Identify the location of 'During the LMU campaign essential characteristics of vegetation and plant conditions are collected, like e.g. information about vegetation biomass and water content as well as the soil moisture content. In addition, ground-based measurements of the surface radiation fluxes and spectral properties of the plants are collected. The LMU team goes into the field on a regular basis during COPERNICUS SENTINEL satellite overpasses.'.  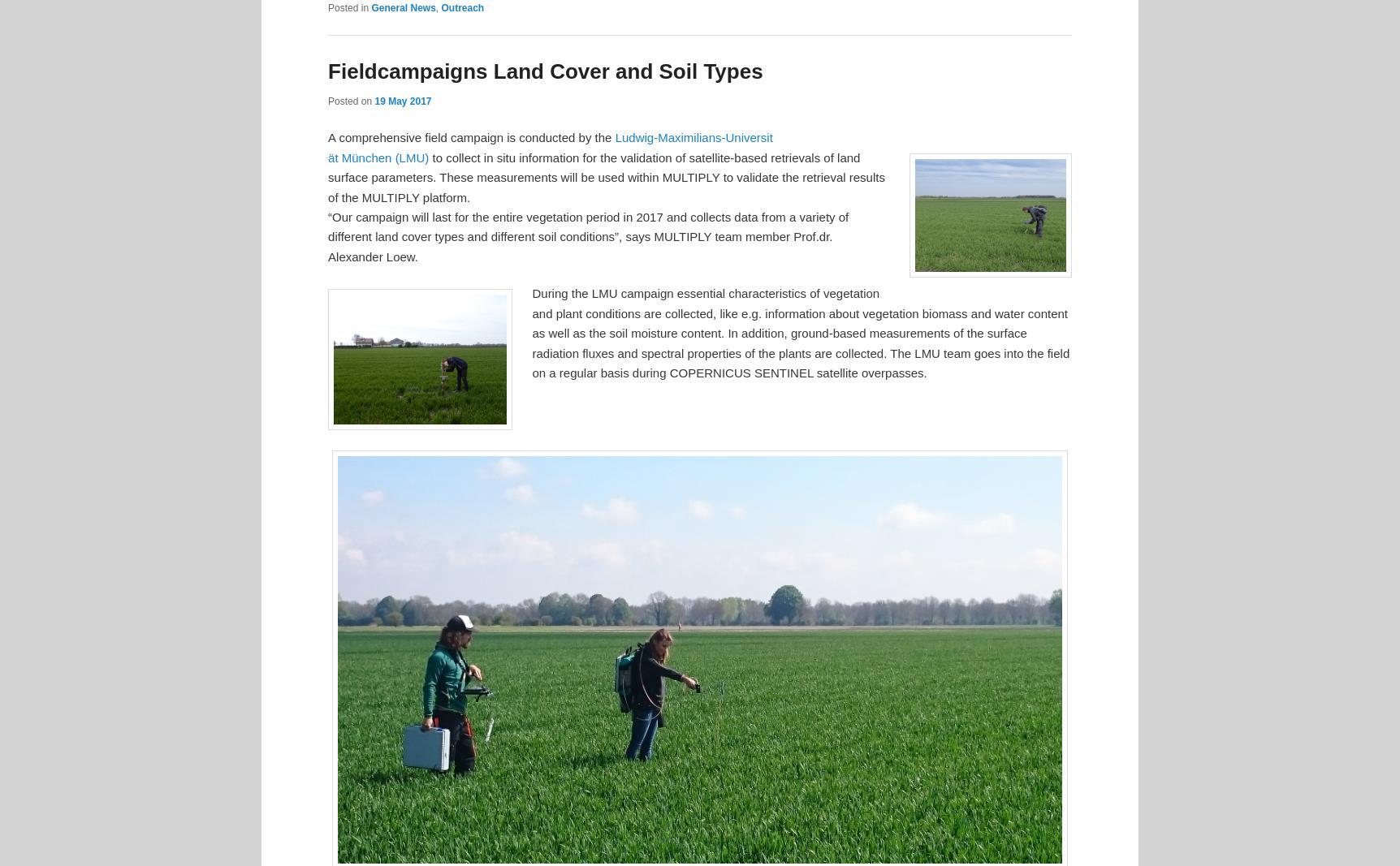
(799, 332).